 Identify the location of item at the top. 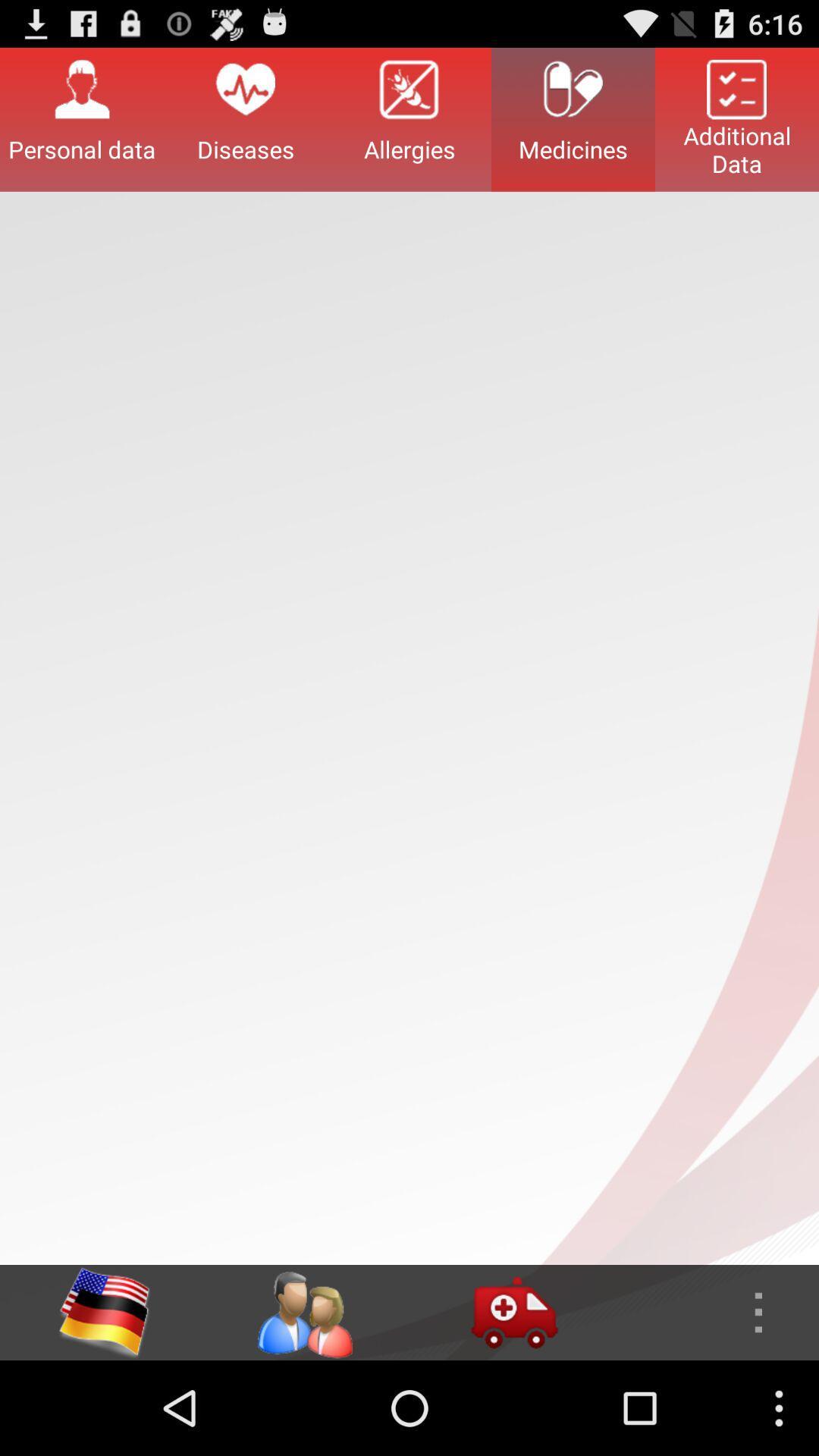
(409, 118).